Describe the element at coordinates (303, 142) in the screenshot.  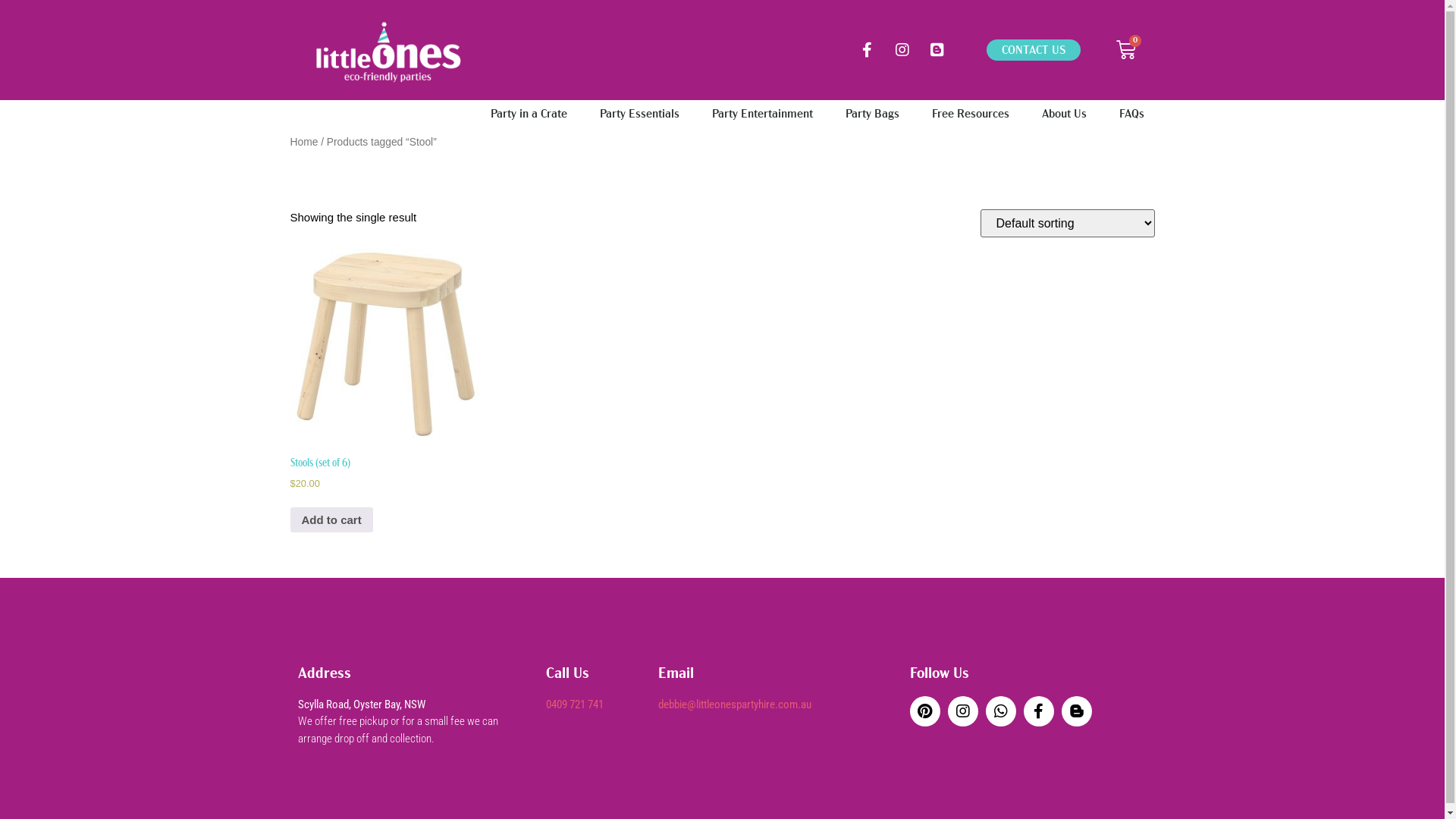
I see `'Home'` at that location.